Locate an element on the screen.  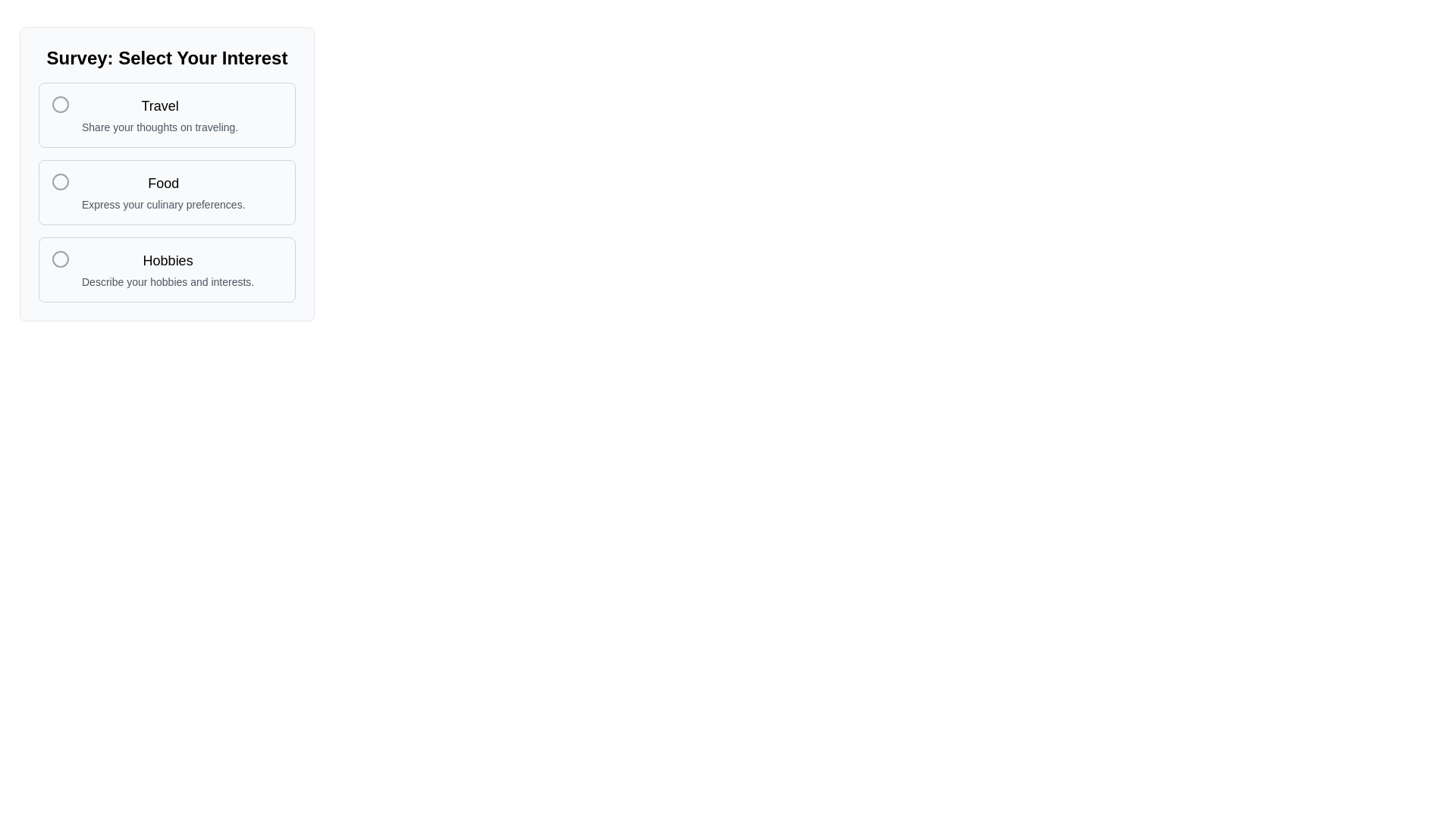
the text label displaying 'Hobbies' located in the survey section titled 'Survey: Select Your Interest' is located at coordinates (168, 259).